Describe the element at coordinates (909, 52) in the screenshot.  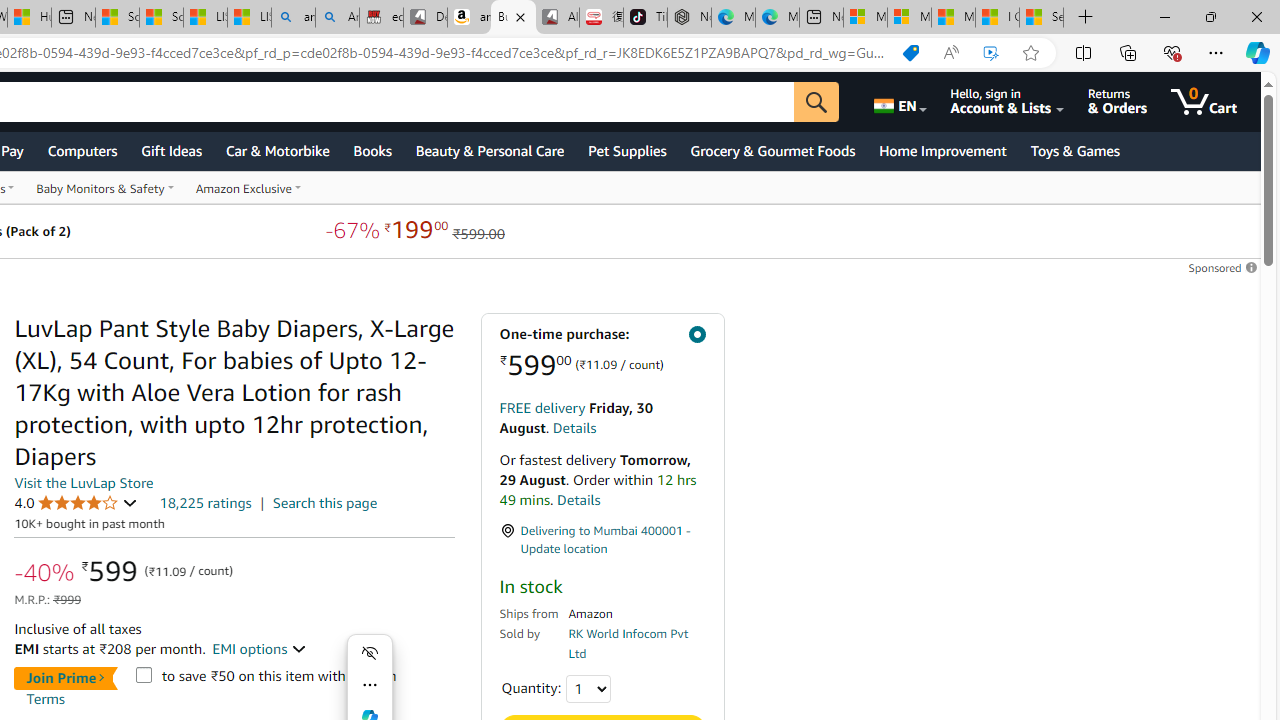
I see `'You have the best price!'` at that location.